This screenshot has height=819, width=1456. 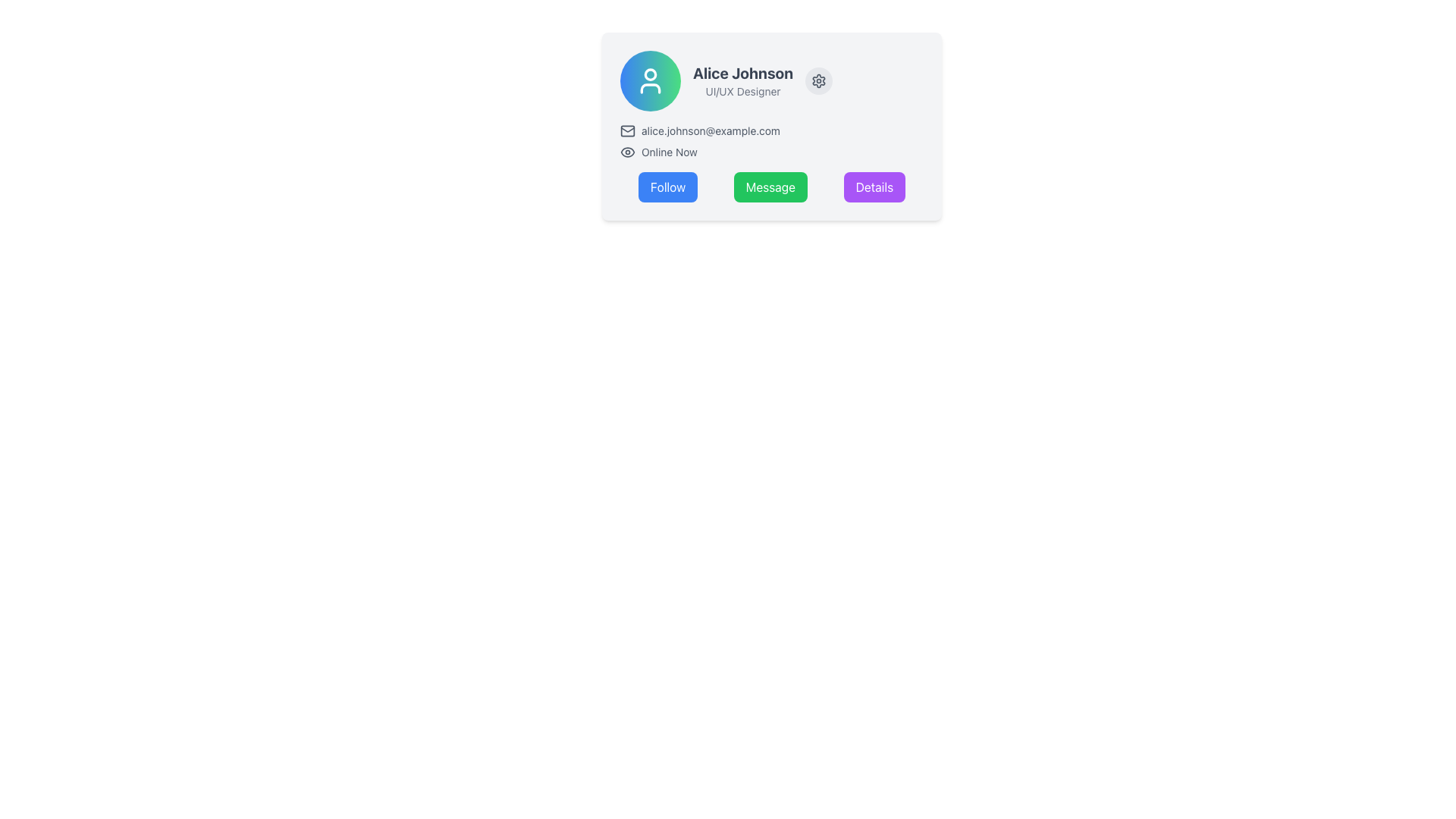 I want to click on the rounded rectangle element of the mail icon located to the left of the email address line under the name 'Alice Johnson', so click(x=628, y=130).